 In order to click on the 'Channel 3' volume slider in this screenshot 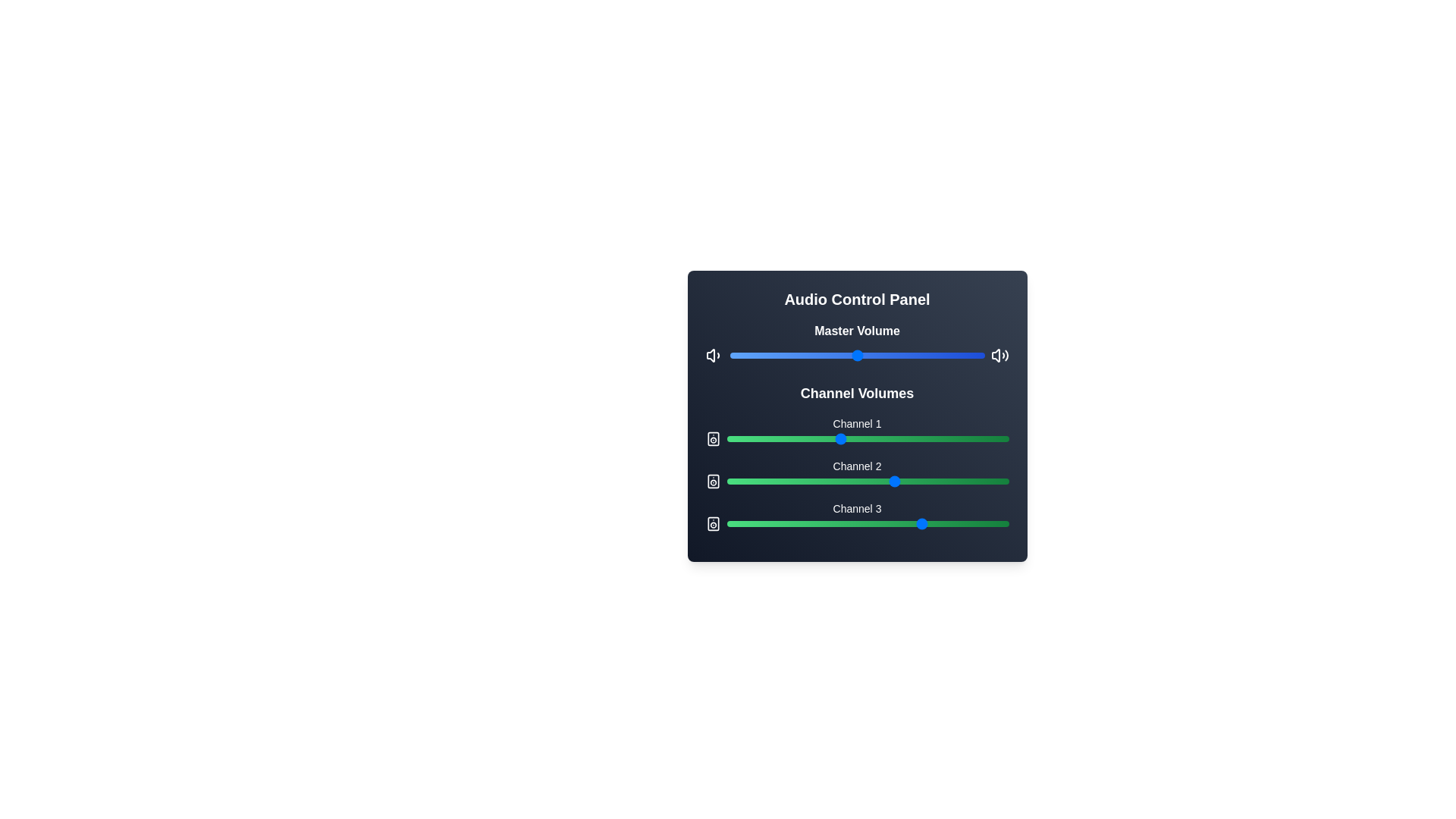, I will do `click(890, 519)`.